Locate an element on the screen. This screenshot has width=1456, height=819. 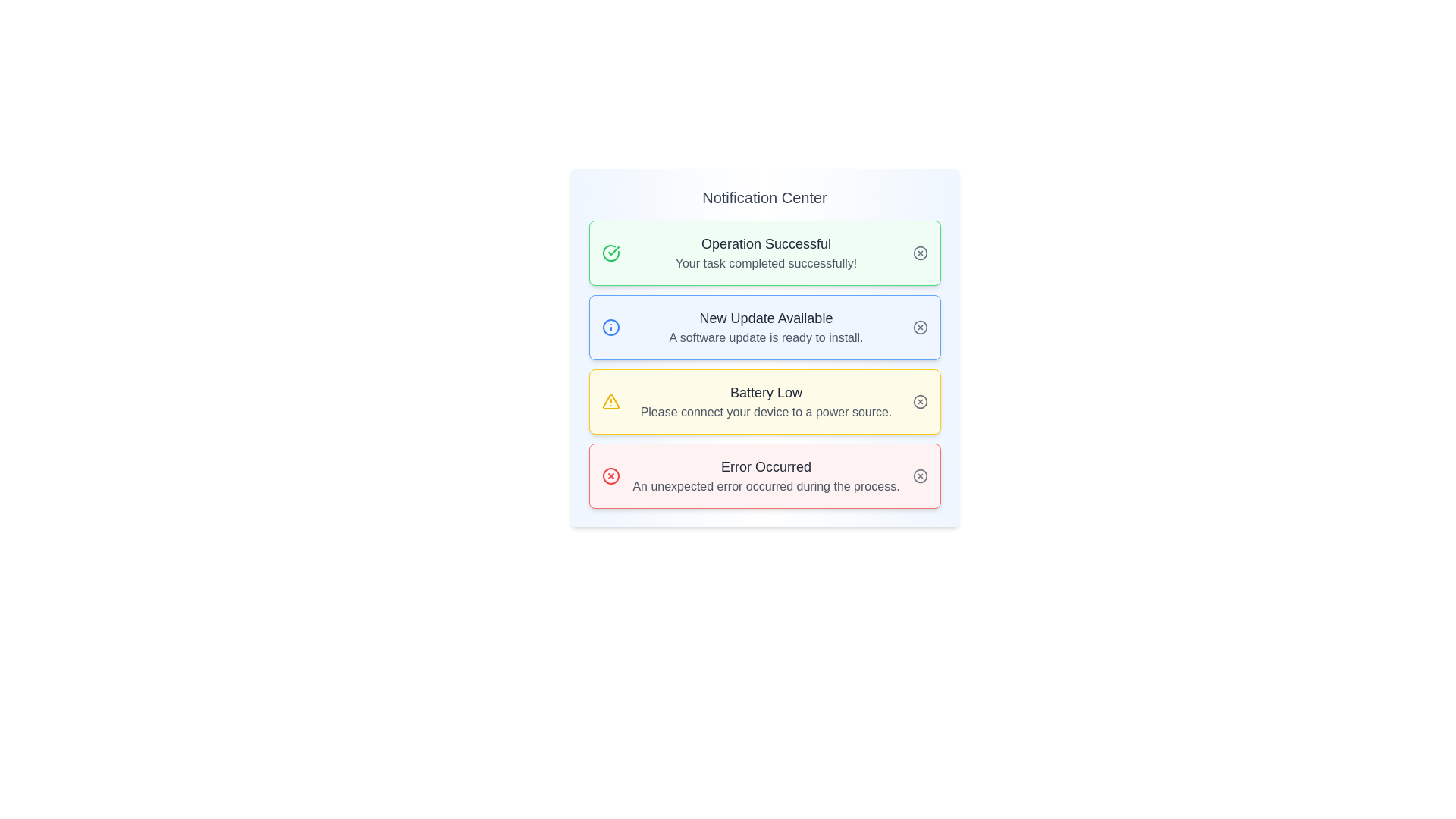
text label displaying 'New Update Available' which is styled with a bold medium font and is located at the top center of the notification card is located at coordinates (766, 318).